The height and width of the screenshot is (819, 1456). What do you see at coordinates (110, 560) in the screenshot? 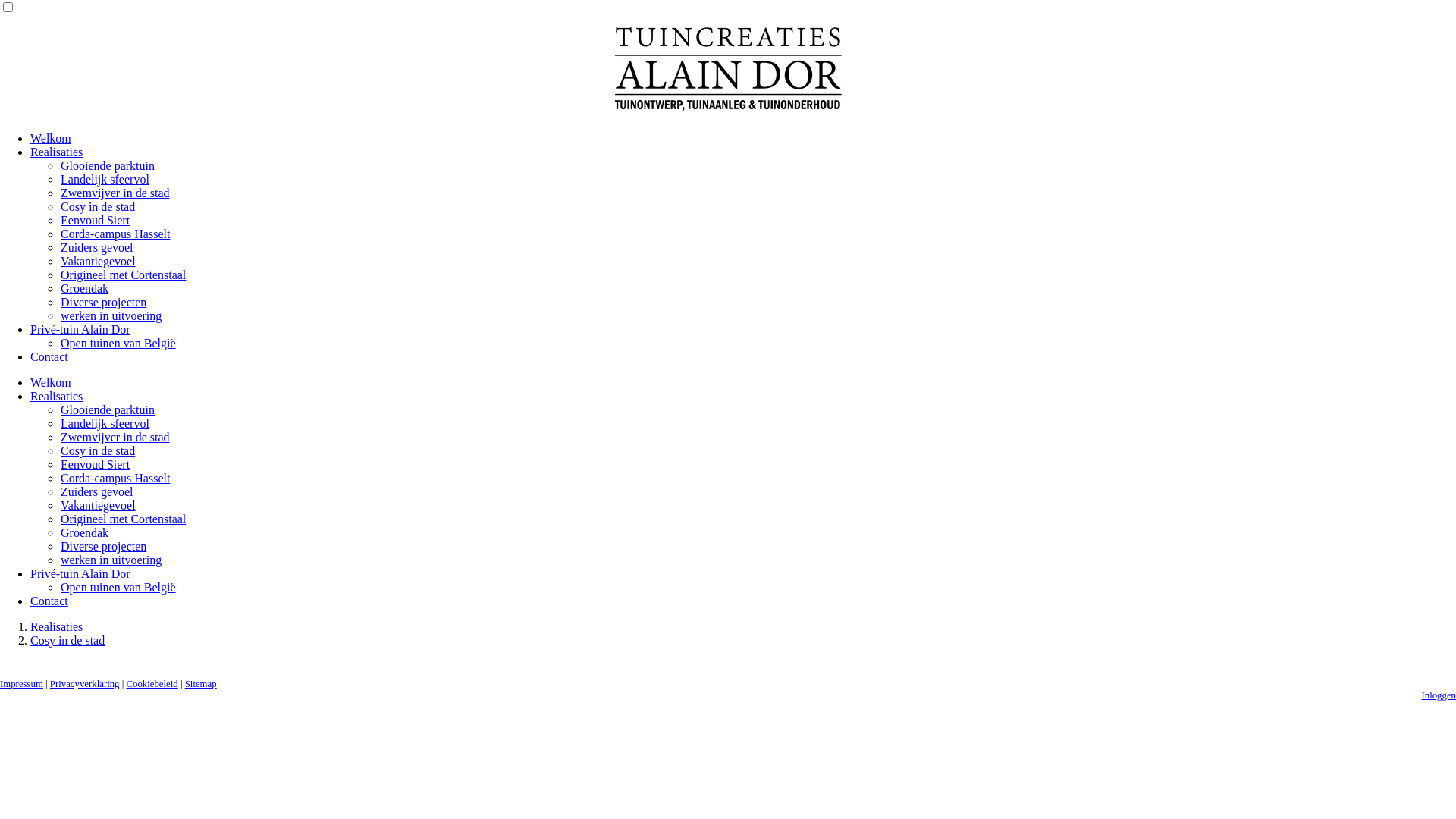
I see `'werken in uitvoering'` at bounding box center [110, 560].